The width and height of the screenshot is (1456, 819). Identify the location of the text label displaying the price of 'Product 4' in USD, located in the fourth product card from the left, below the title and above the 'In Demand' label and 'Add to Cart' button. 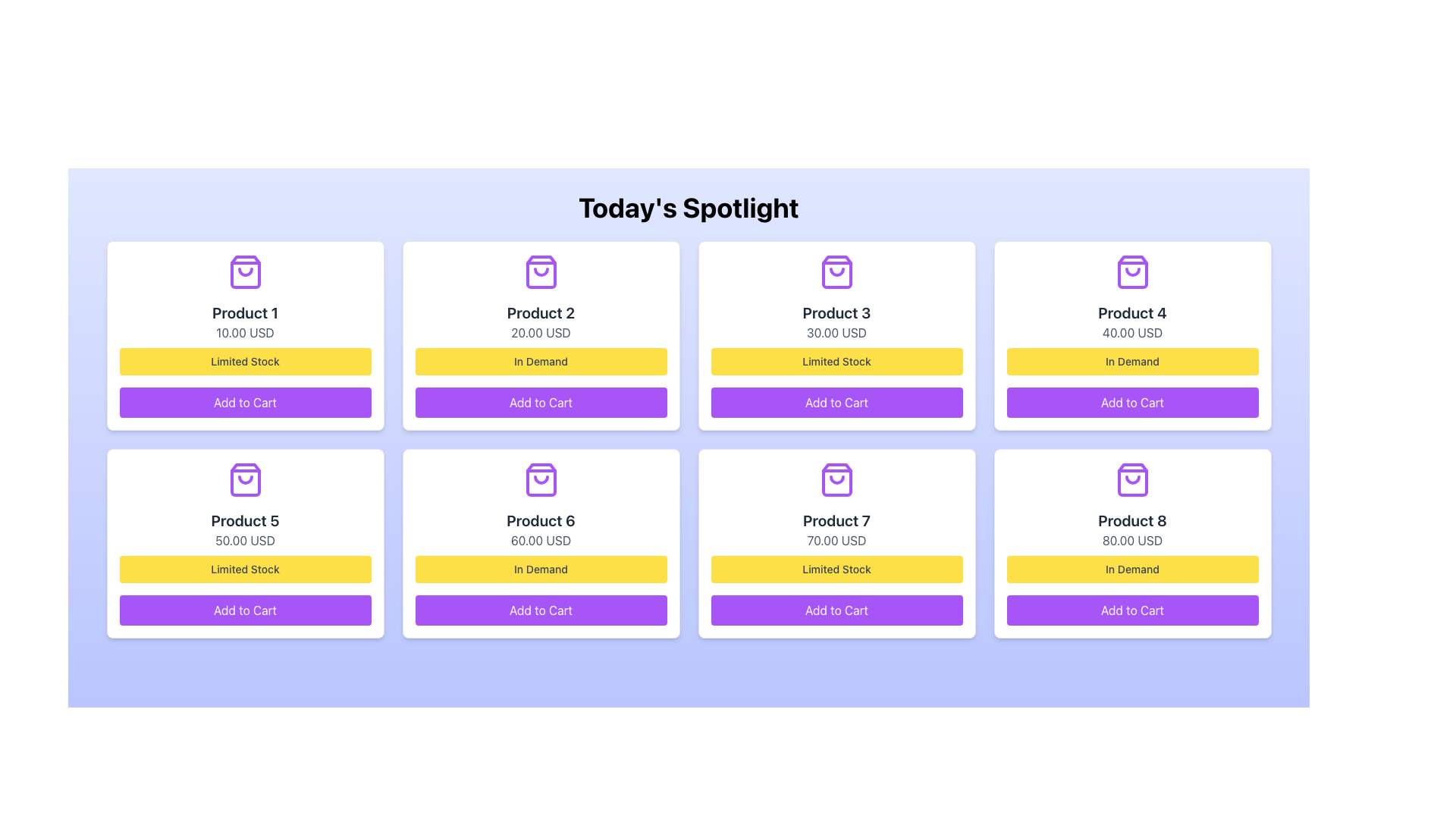
(1132, 332).